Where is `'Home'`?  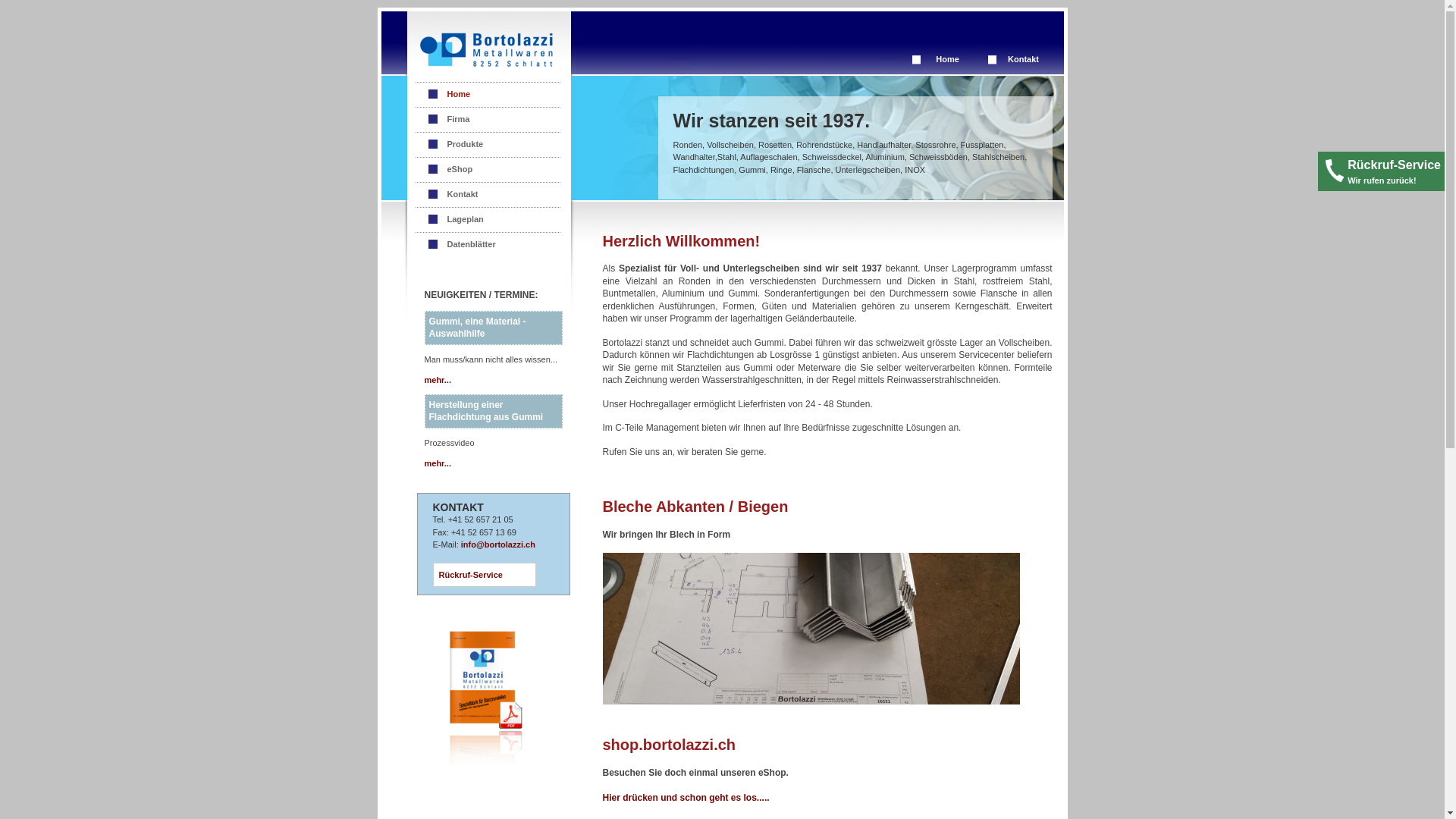
'Home' is located at coordinates (409, 94).